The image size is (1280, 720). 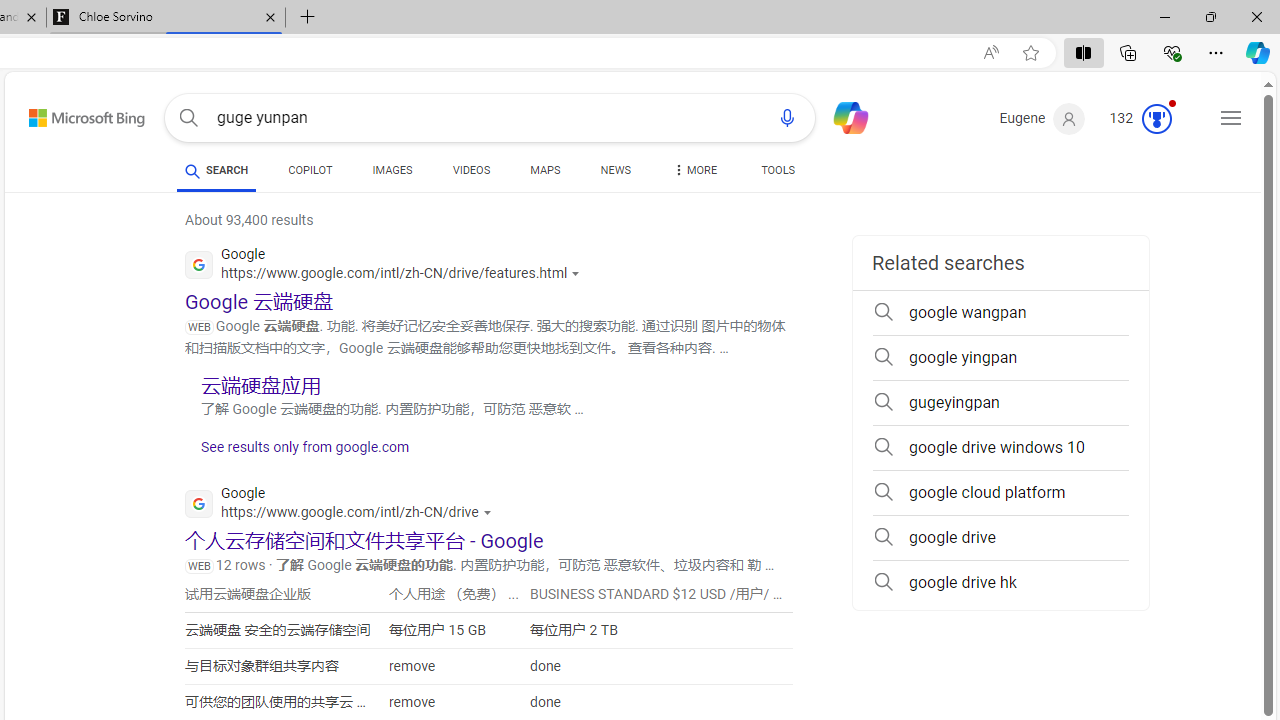 What do you see at coordinates (1031, 52) in the screenshot?
I see `'Add this page to favorites (Ctrl+D)'` at bounding box center [1031, 52].